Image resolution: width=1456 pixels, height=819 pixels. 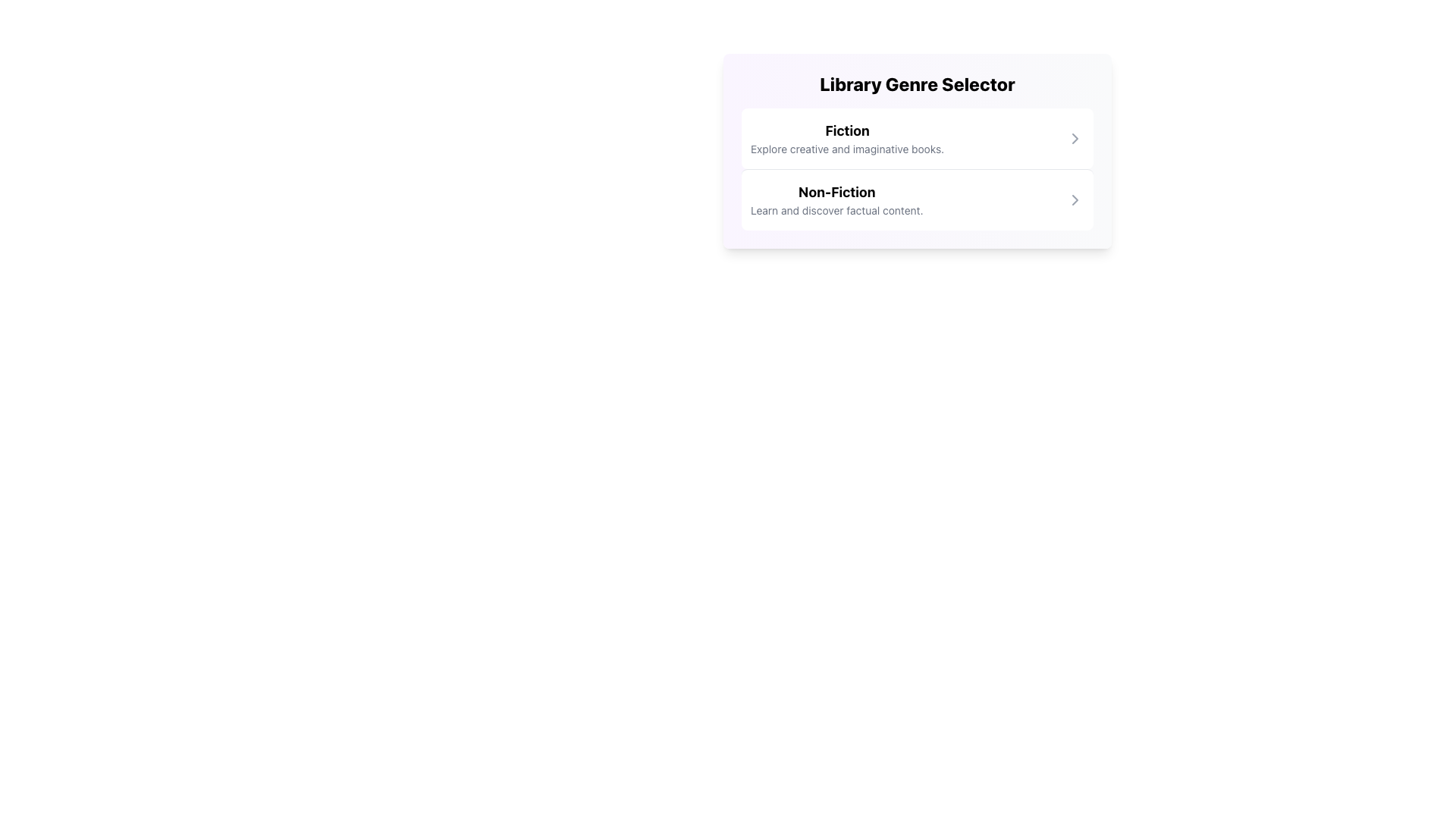 What do you see at coordinates (836, 199) in the screenshot?
I see `the 'Non-Fiction' text block, which contains two lines of text: 'Non-Fiction' in bold and larger font, and 'Learn and discover factual content.' in smaller gray font, positioned under the 'Library Genre Selector'` at bounding box center [836, 199].